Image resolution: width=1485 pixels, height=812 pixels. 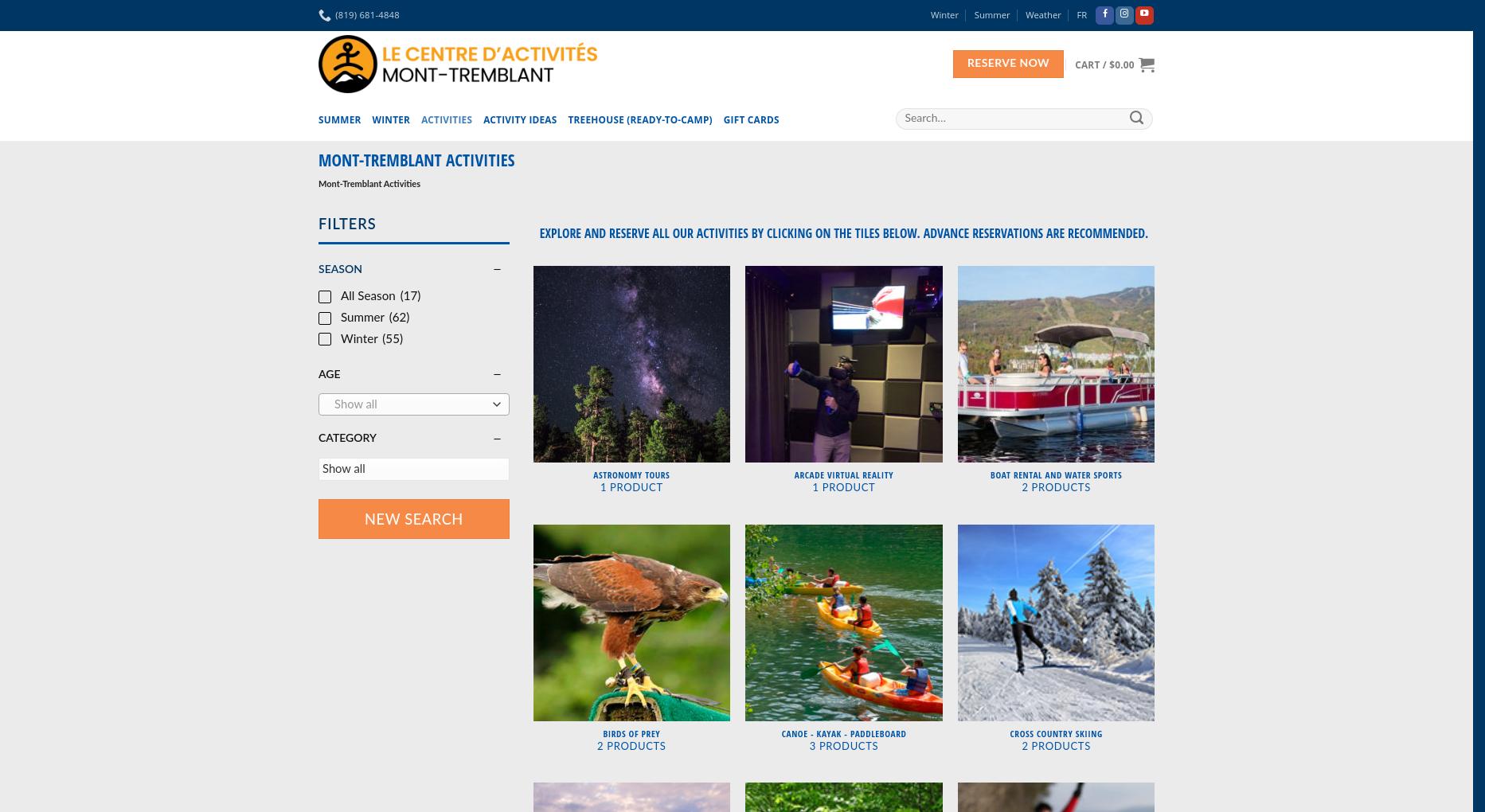 I want to click on 'Cross Country Skiing', so click(x=1055, y=732).